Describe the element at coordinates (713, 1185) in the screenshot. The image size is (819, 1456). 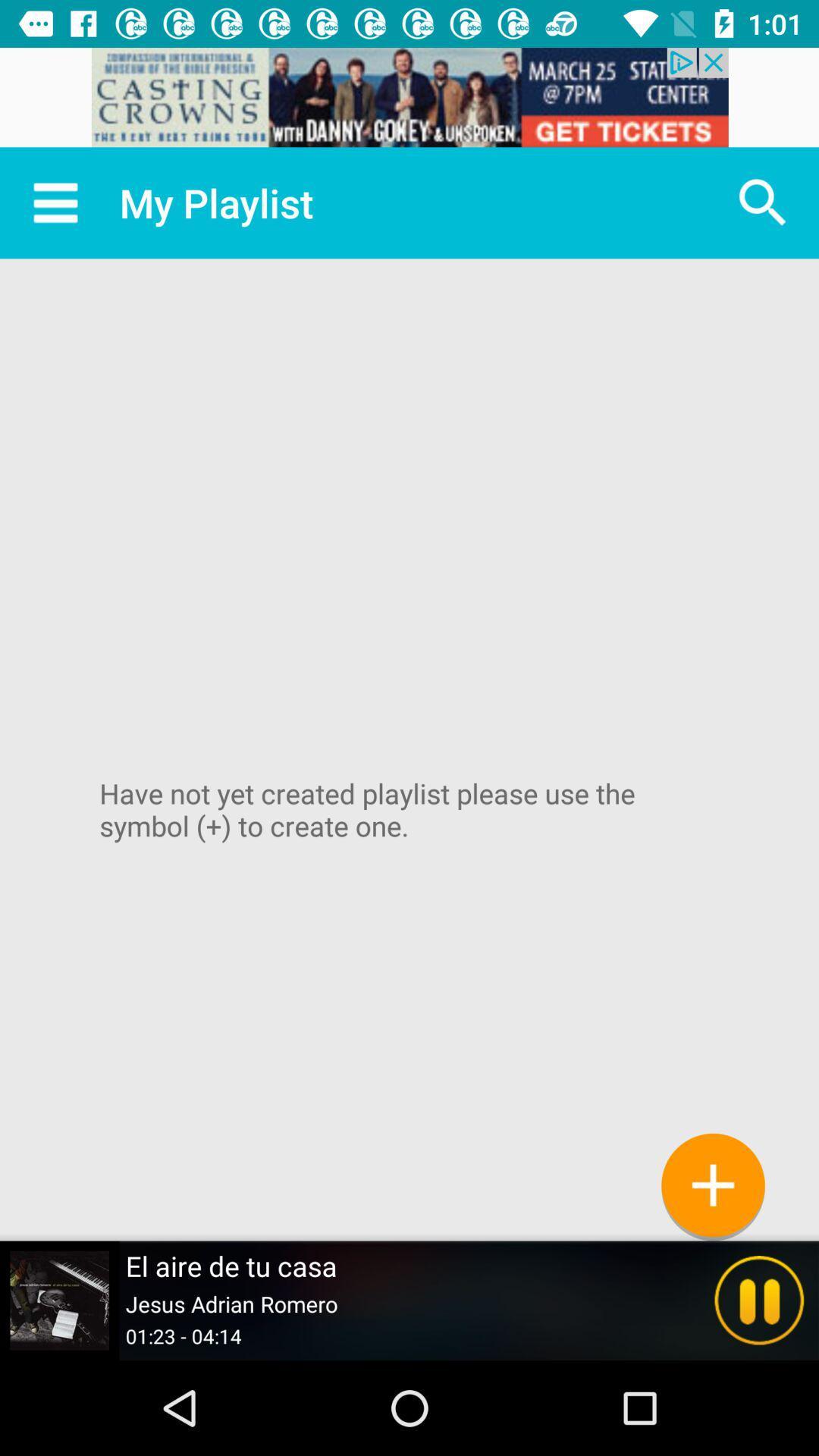
I see `the add icon` at that location.